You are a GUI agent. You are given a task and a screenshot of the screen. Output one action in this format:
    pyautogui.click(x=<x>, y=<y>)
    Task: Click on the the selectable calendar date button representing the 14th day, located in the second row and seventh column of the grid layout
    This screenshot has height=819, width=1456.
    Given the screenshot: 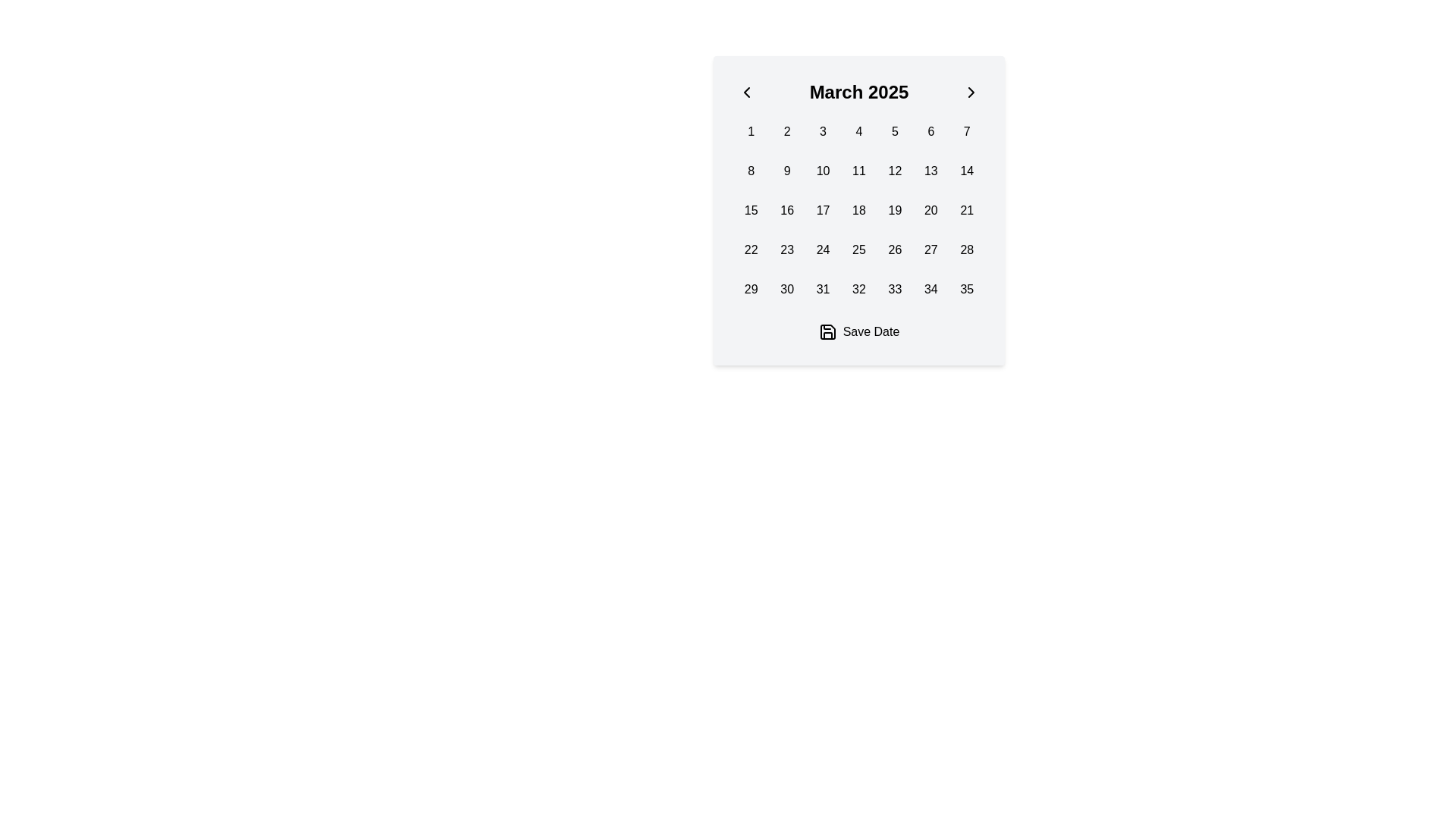 What is the action you would take?
    pyautogui.click(x=966, y=171)
    